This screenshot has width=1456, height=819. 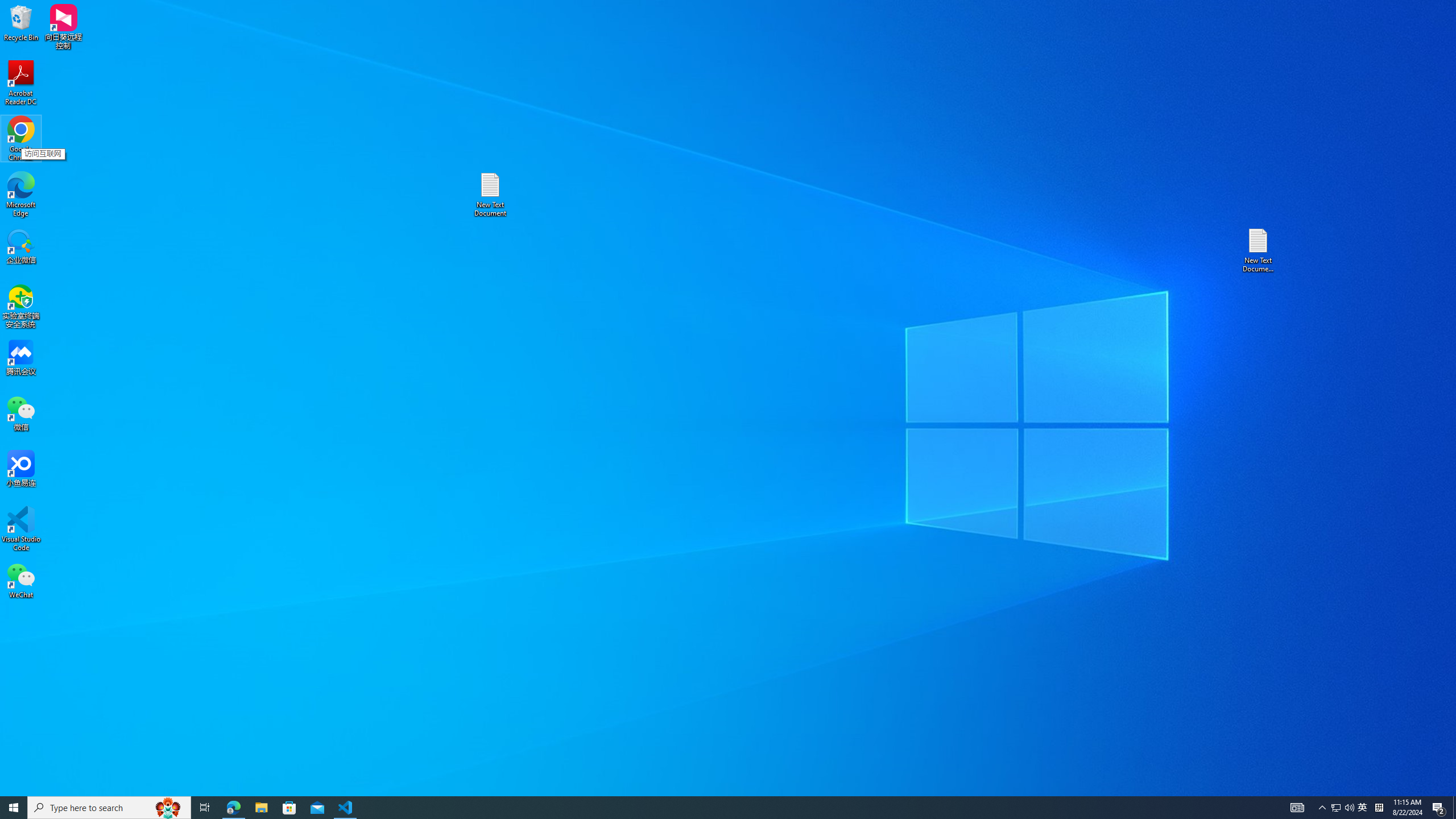 What do you see at coordinates (1259, 249) in the screenshot?
I see `'New Text Document (2)'` at bounding box center [1259, 249].